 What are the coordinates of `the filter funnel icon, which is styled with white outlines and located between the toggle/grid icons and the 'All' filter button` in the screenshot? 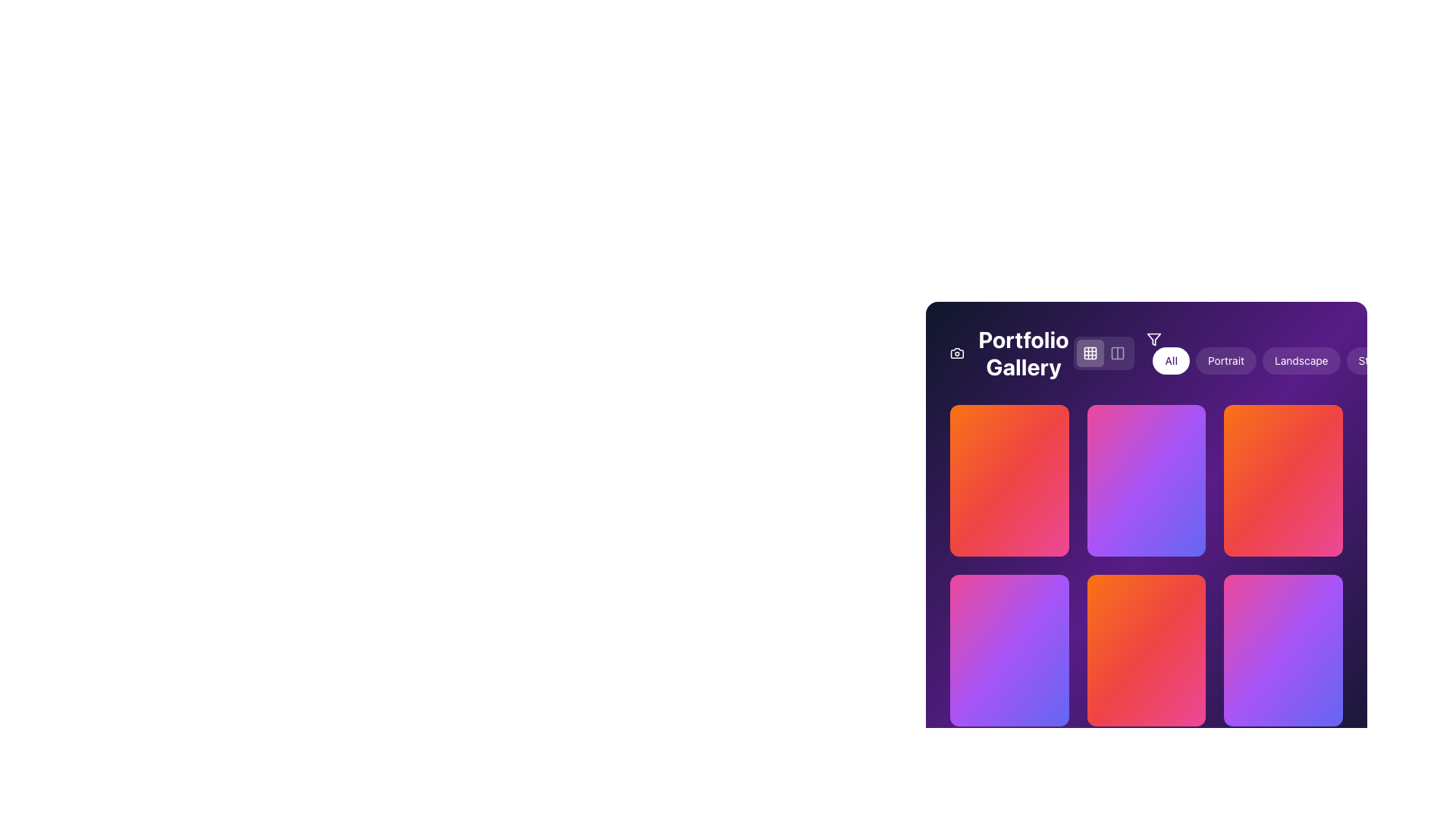 It's located at (1153, 338).